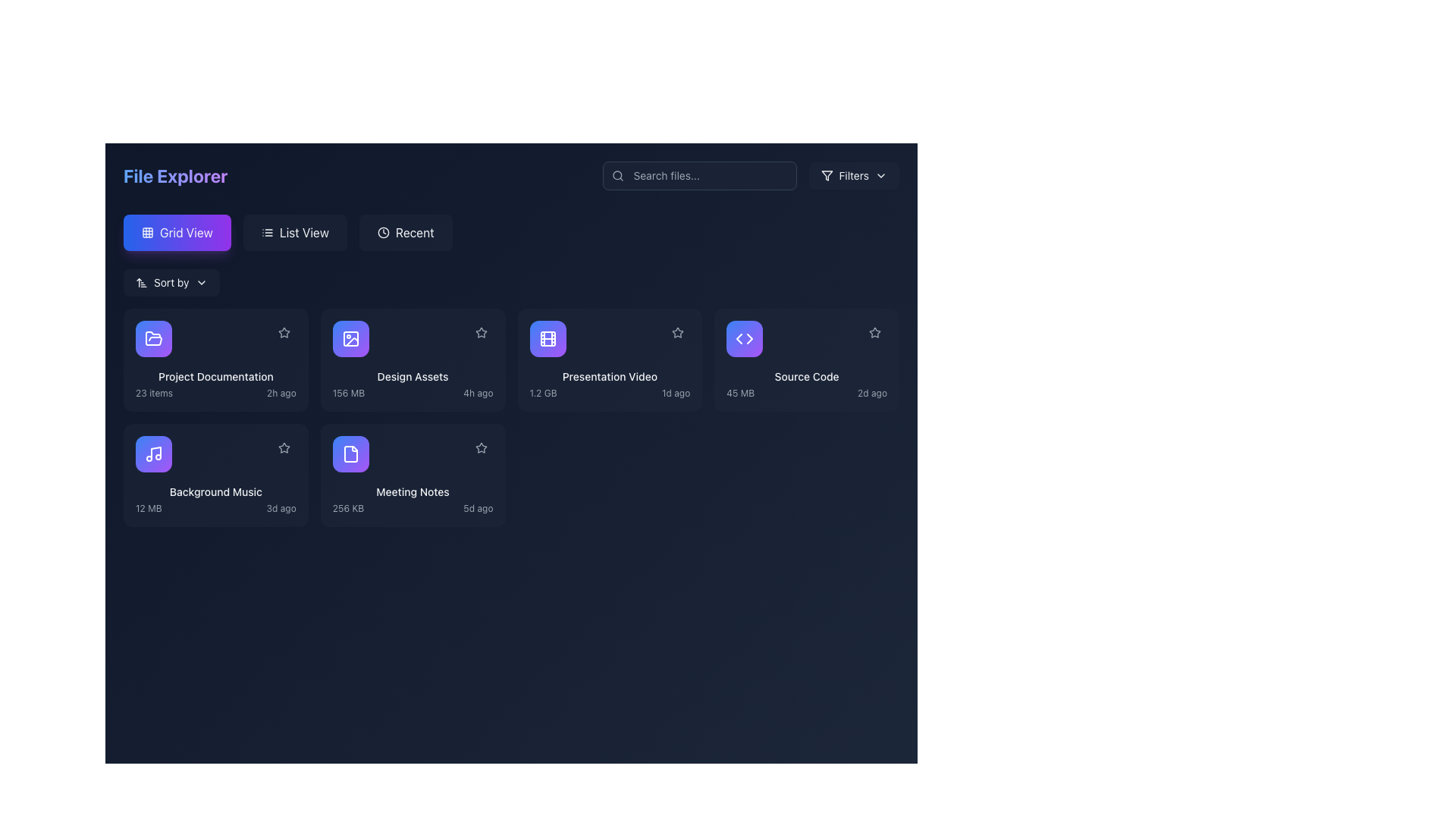  What do you see at coordinates (413, 359) in the screenshot?
I see `the second file item card in the grid layout of the file explorer` at bounding box center [413, 359].